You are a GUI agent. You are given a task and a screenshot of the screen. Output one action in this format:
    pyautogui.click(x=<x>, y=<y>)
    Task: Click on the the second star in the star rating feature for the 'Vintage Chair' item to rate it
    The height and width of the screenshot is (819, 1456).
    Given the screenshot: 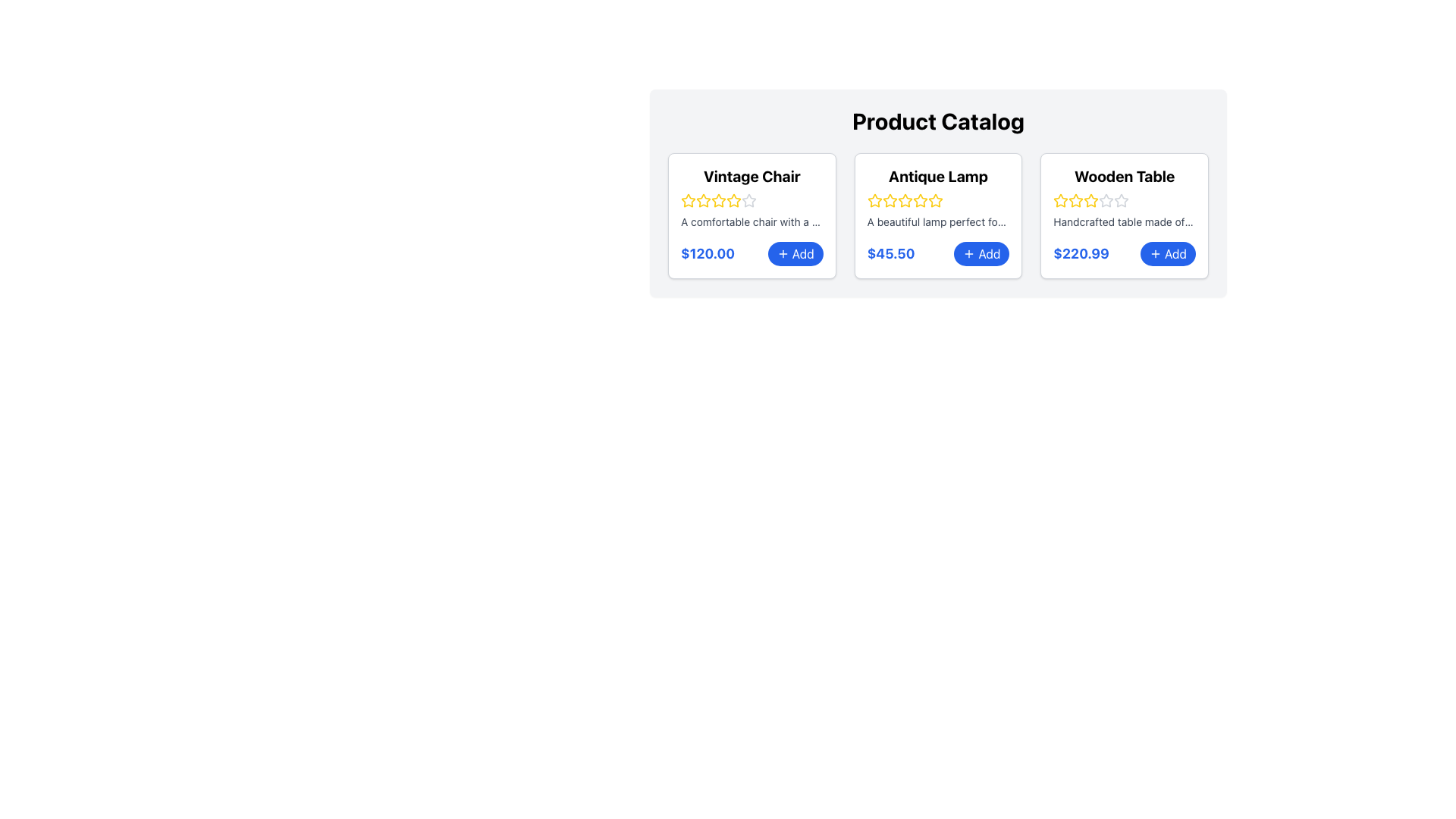 What is the action you would take?
    pyautogui.click(x=718, y=199)
    